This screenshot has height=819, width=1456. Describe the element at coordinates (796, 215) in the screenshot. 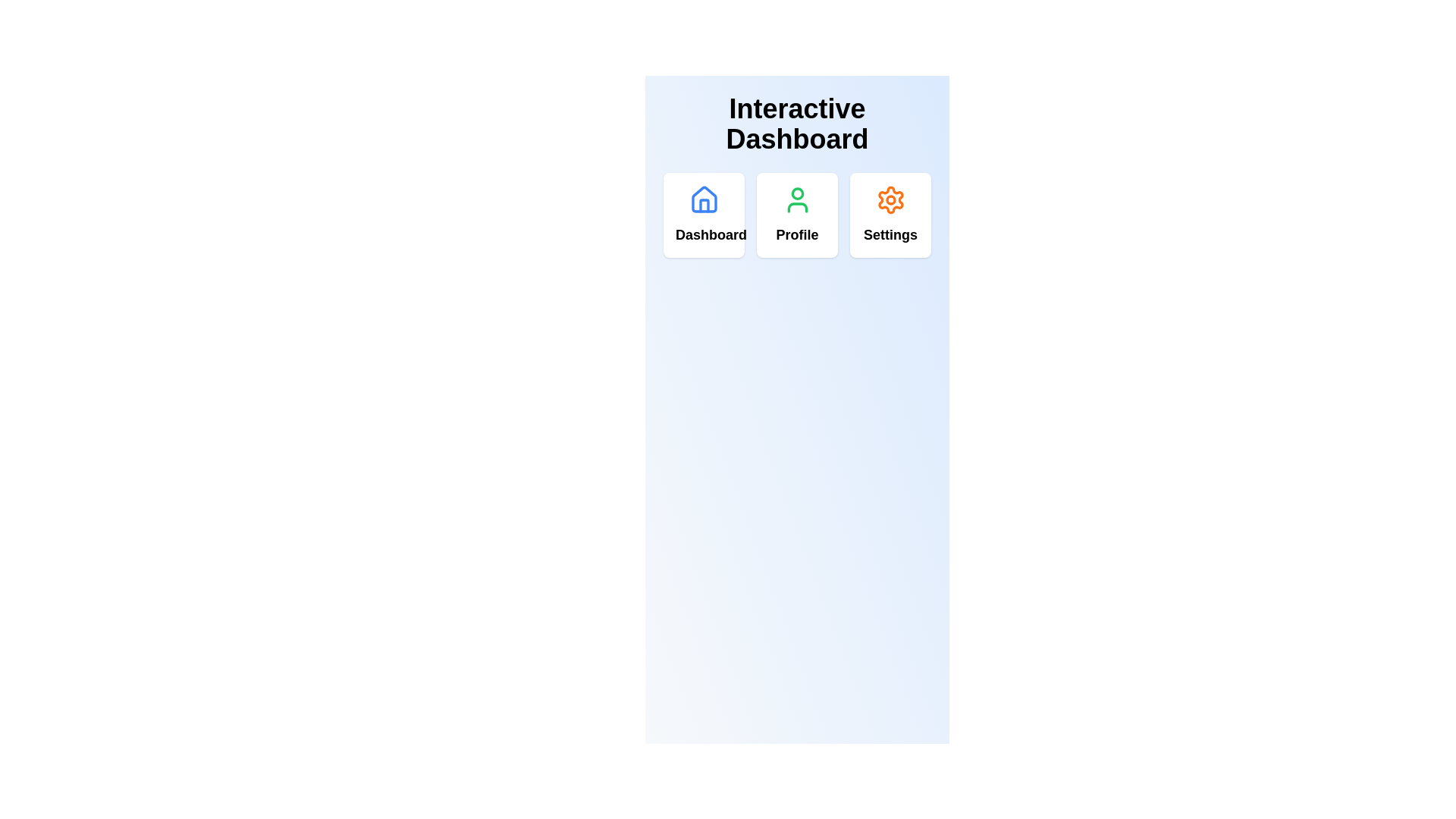

I see `the middle panel button for accessing the user's profile or account settings located under 'Interactive Dashboard'` at that location.